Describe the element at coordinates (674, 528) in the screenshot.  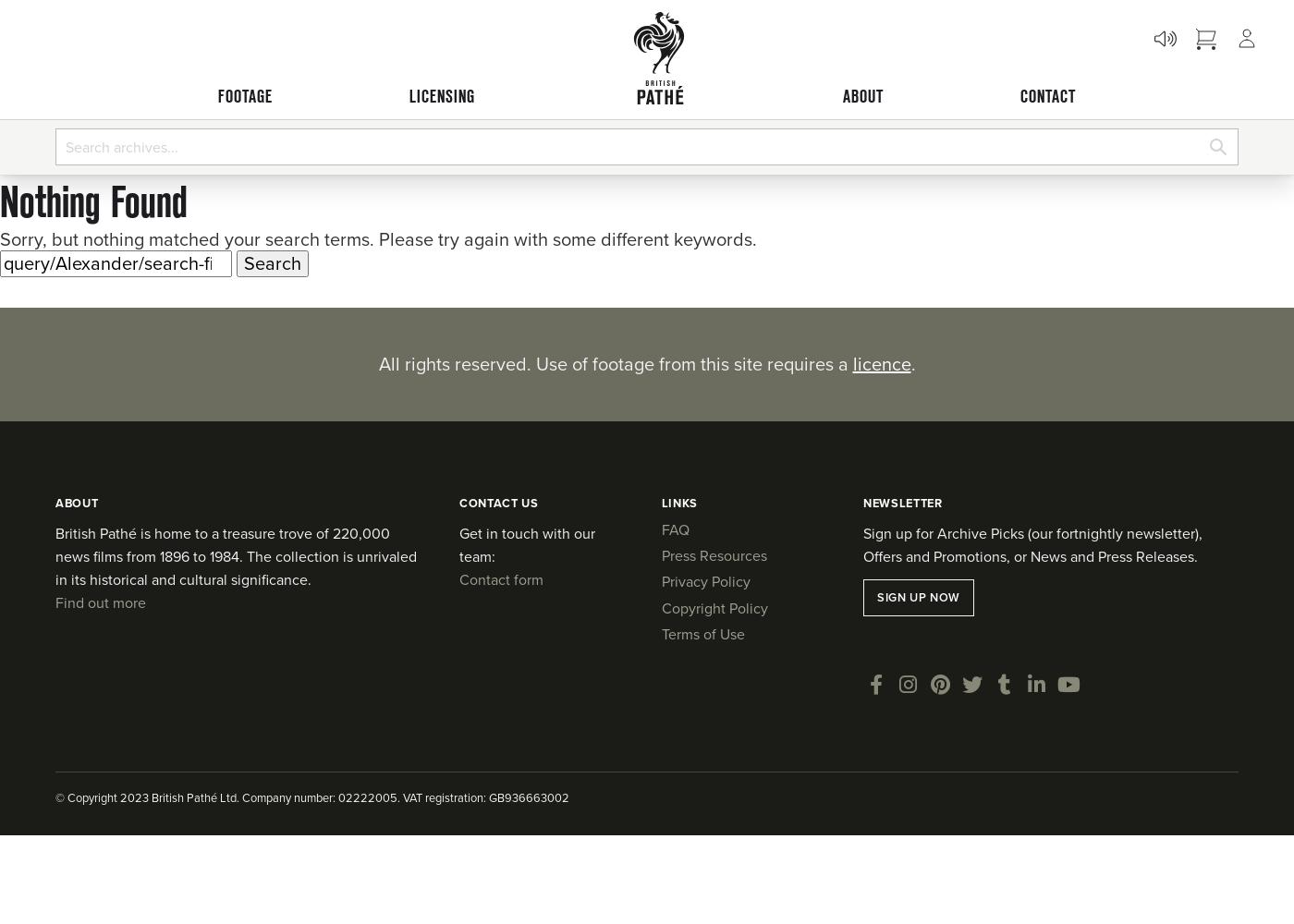
I see `'FAQ'` at that location.